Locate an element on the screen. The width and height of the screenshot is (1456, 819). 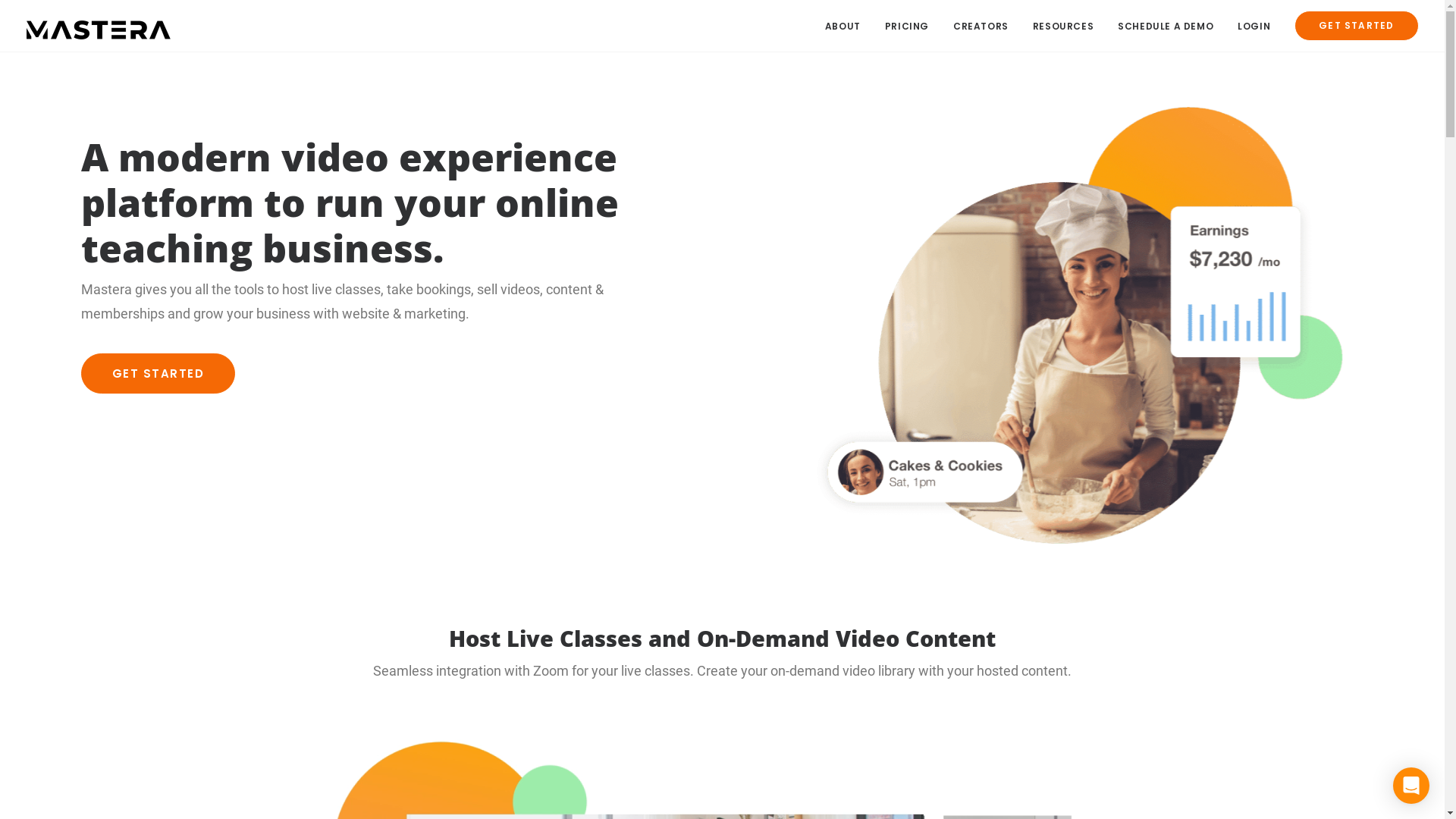
'GET STARTED' is located at coordinates (157, 373).